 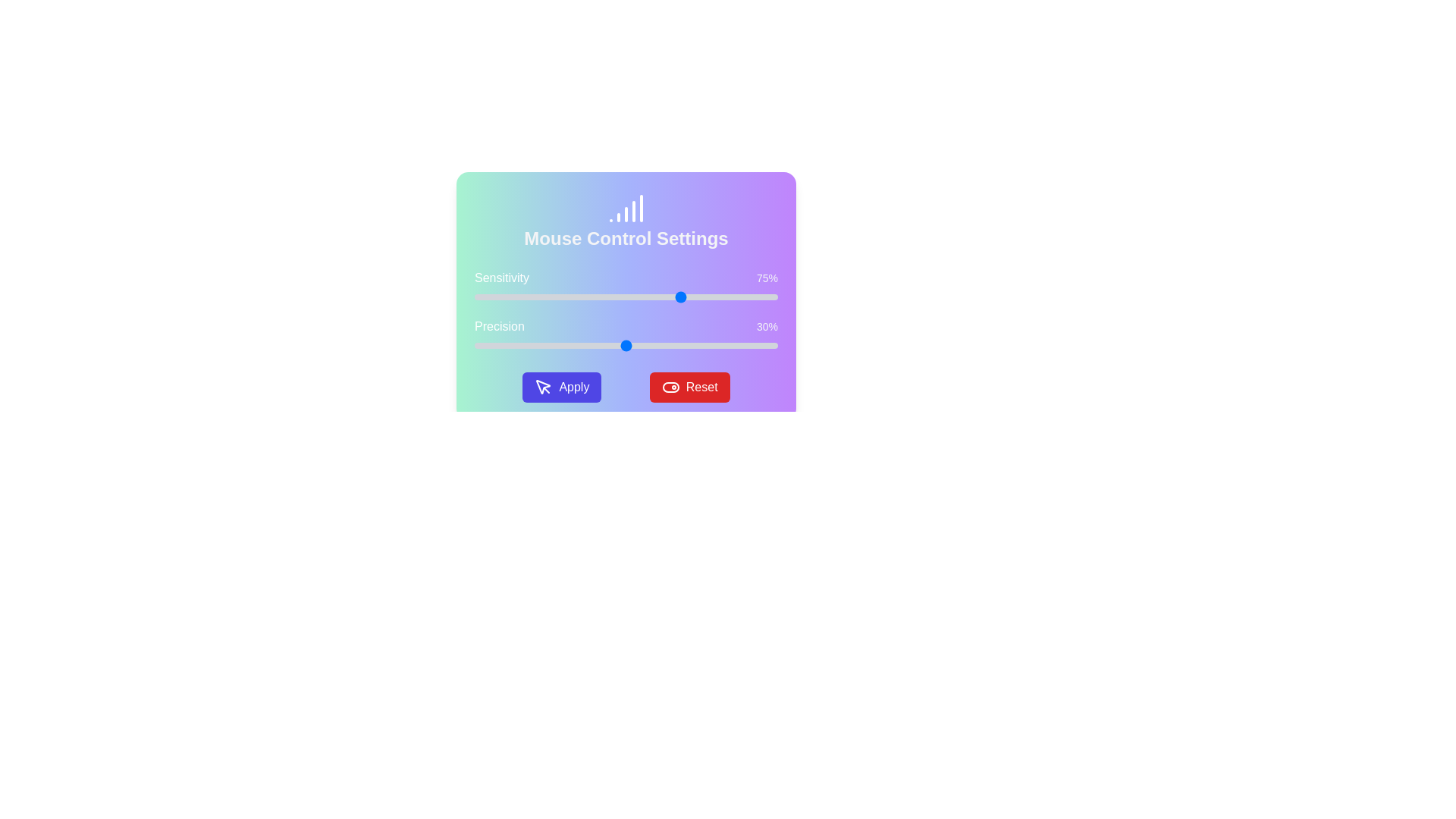 What do you see at coordinates (576, 297) in the screenshot?
I see `the sensitivity` at bounding box center [576, 297].